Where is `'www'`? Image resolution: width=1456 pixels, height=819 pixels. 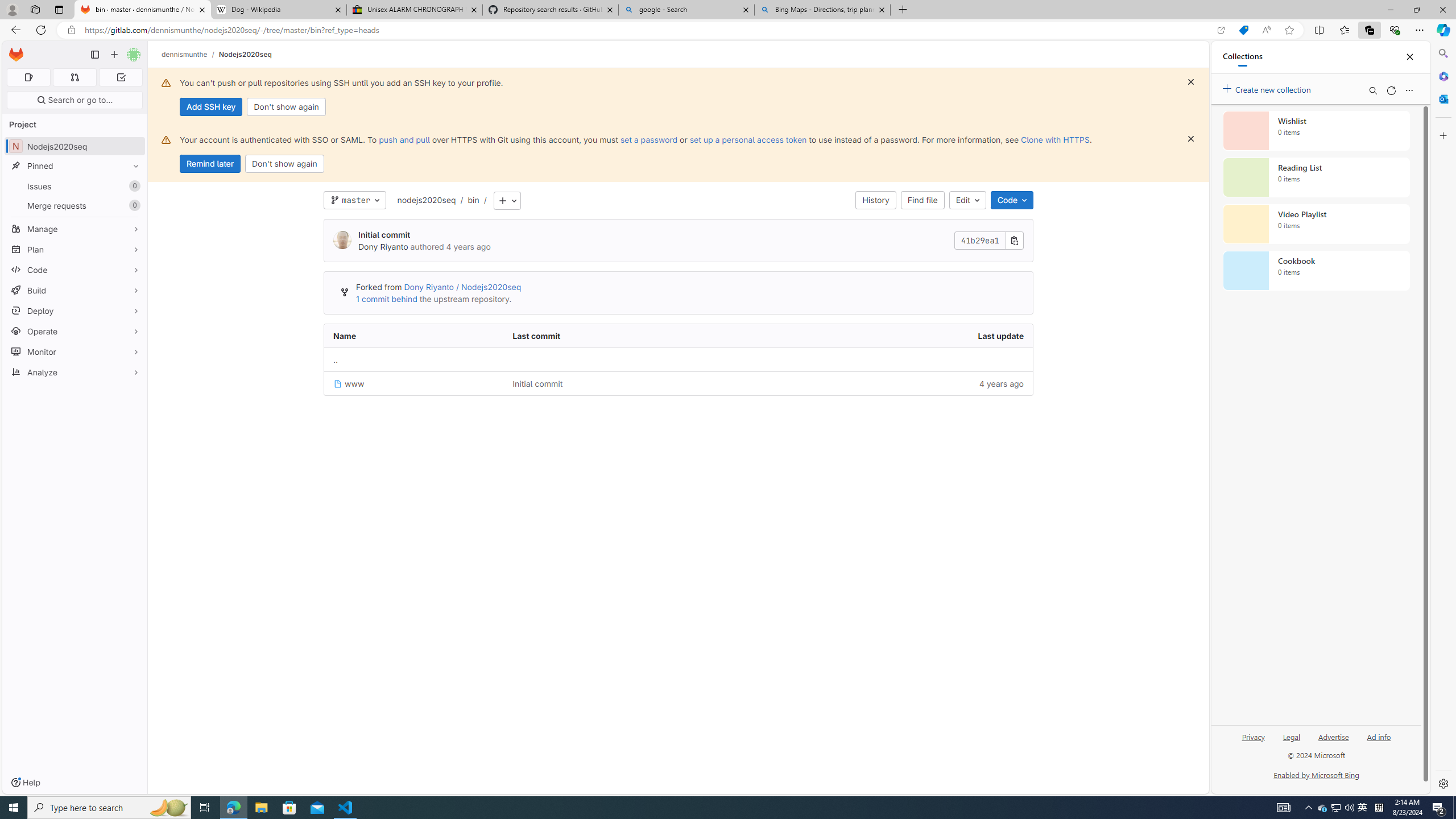 'www' is located at coordinates (413, 383).